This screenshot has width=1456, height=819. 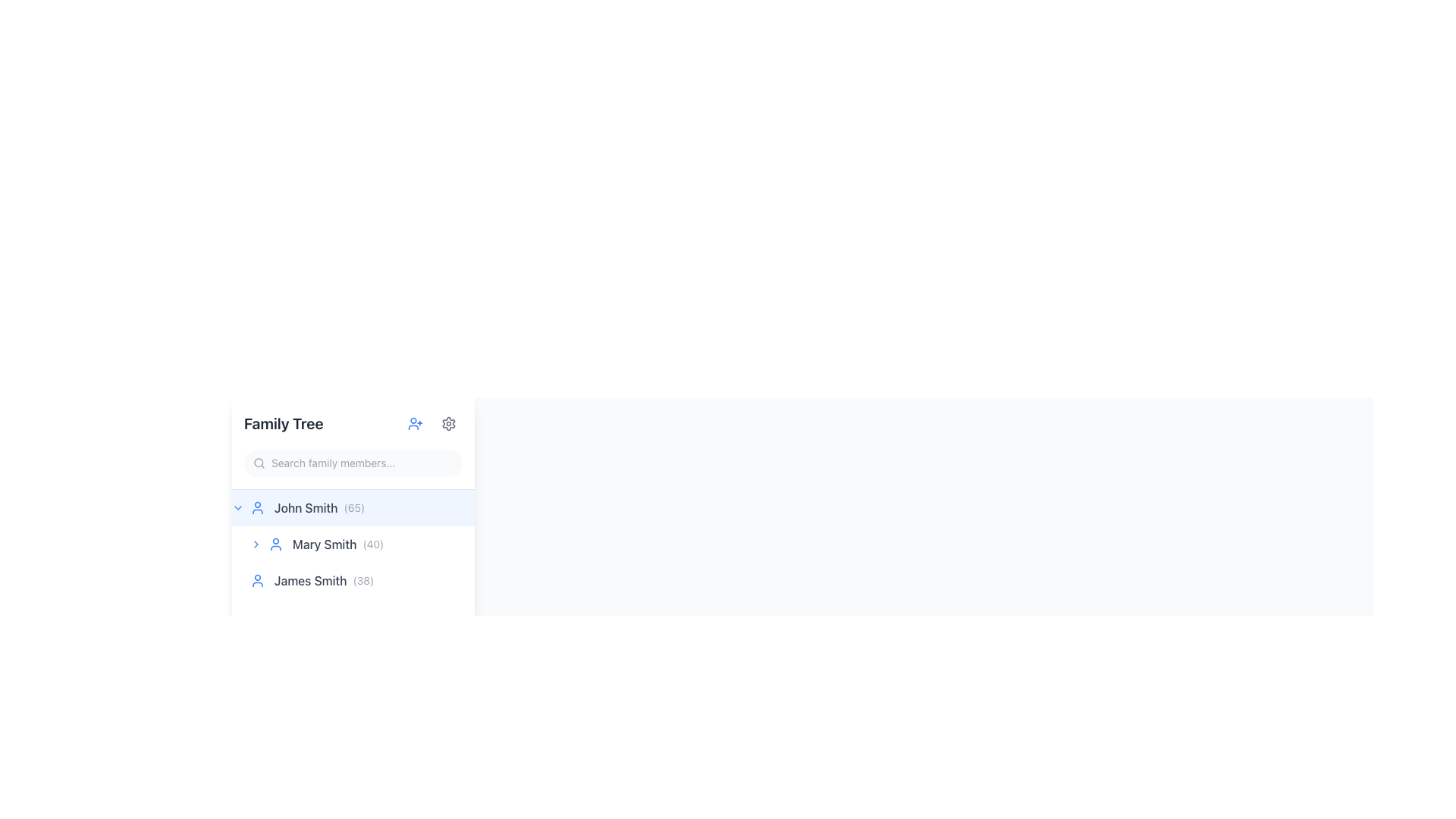 I want to click on the settings icon button located near the upper right corner of the interface, adjacent to the 'Family Tree' header, so click(x=447, y=424).